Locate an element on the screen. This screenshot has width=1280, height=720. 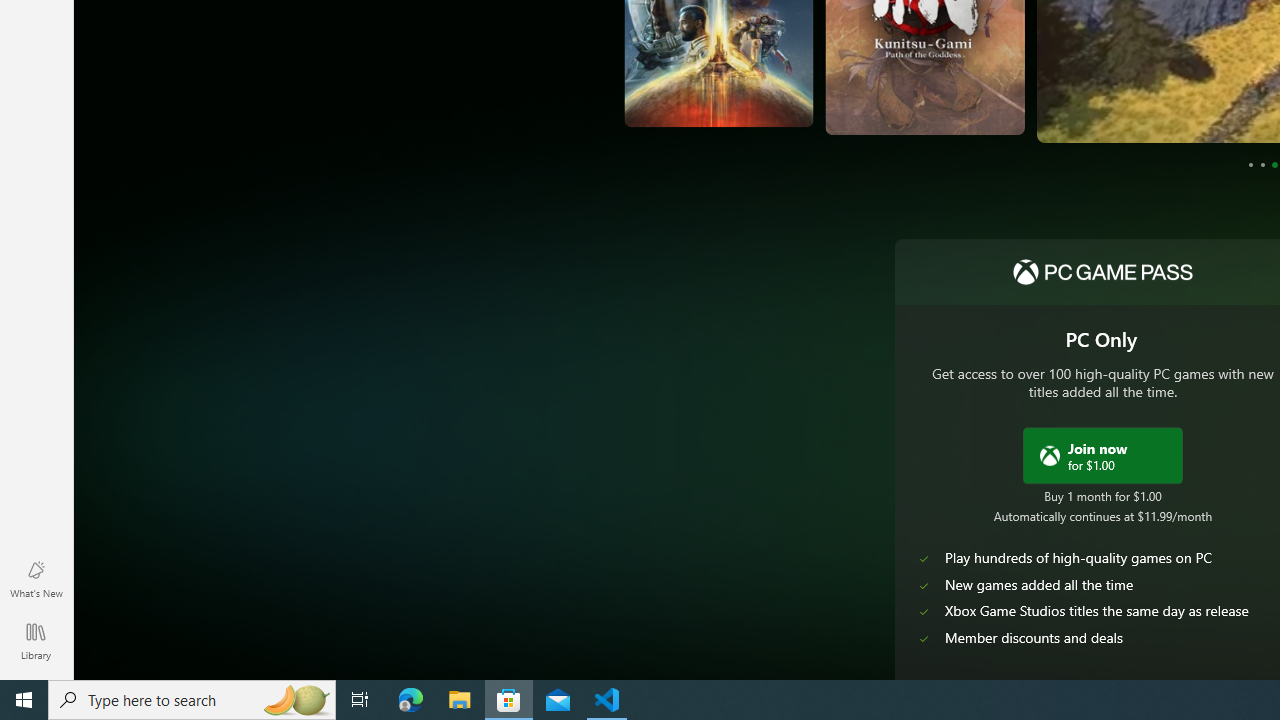
'Page 2' is located at coordinates (1261, 163).